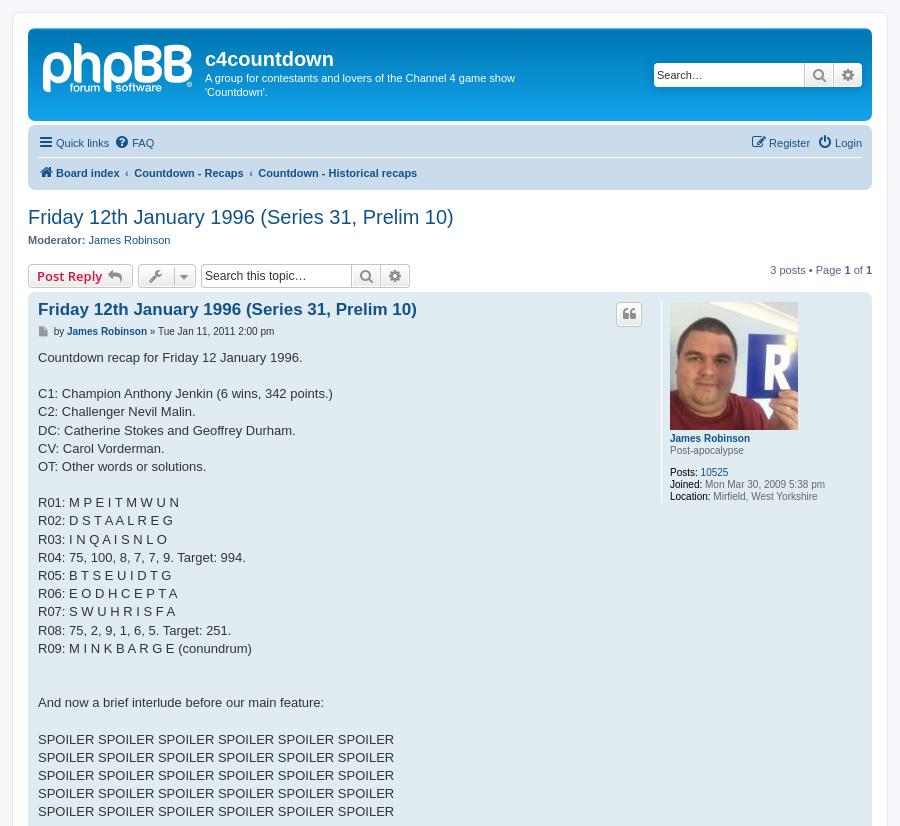 Image resolution: width=900 pixels, height=826 pixels. I want to click on 'Moderator:', so click(26, 240).